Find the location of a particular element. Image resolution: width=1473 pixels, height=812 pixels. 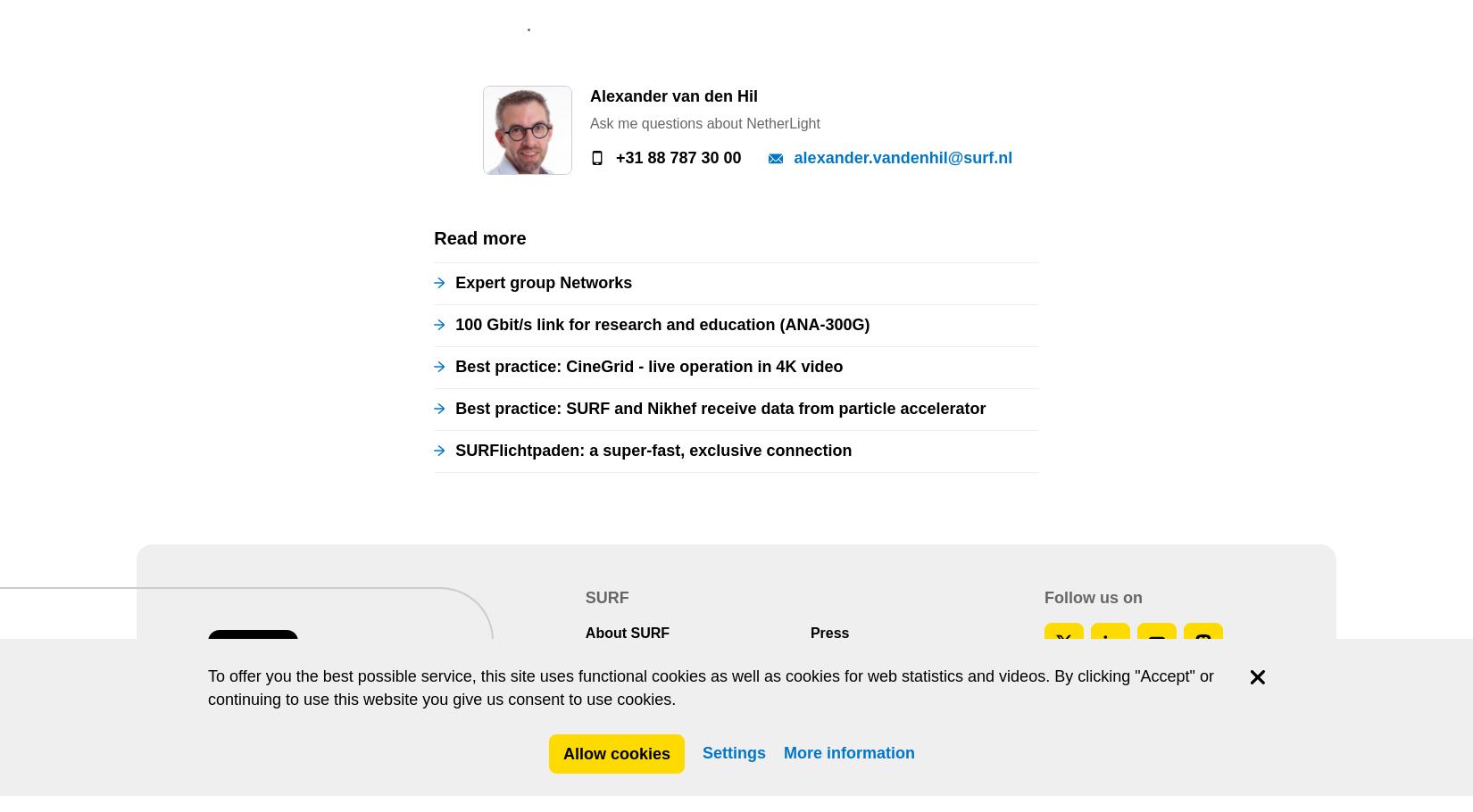

'Copyright' is located at coordinates (539, 153).